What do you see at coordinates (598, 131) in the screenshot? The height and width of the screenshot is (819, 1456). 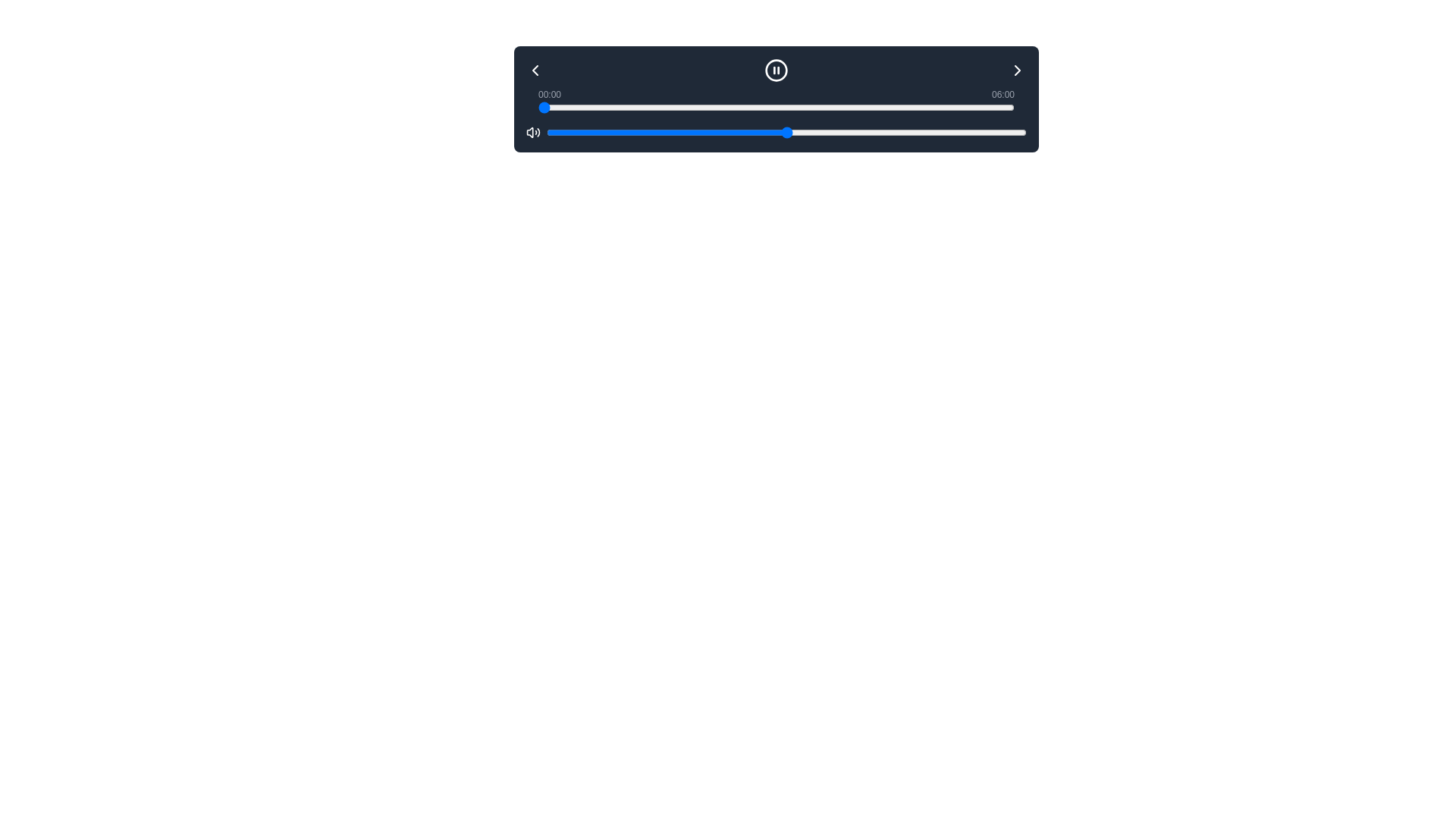 I see `the slider` at bounding box center [598, 131].